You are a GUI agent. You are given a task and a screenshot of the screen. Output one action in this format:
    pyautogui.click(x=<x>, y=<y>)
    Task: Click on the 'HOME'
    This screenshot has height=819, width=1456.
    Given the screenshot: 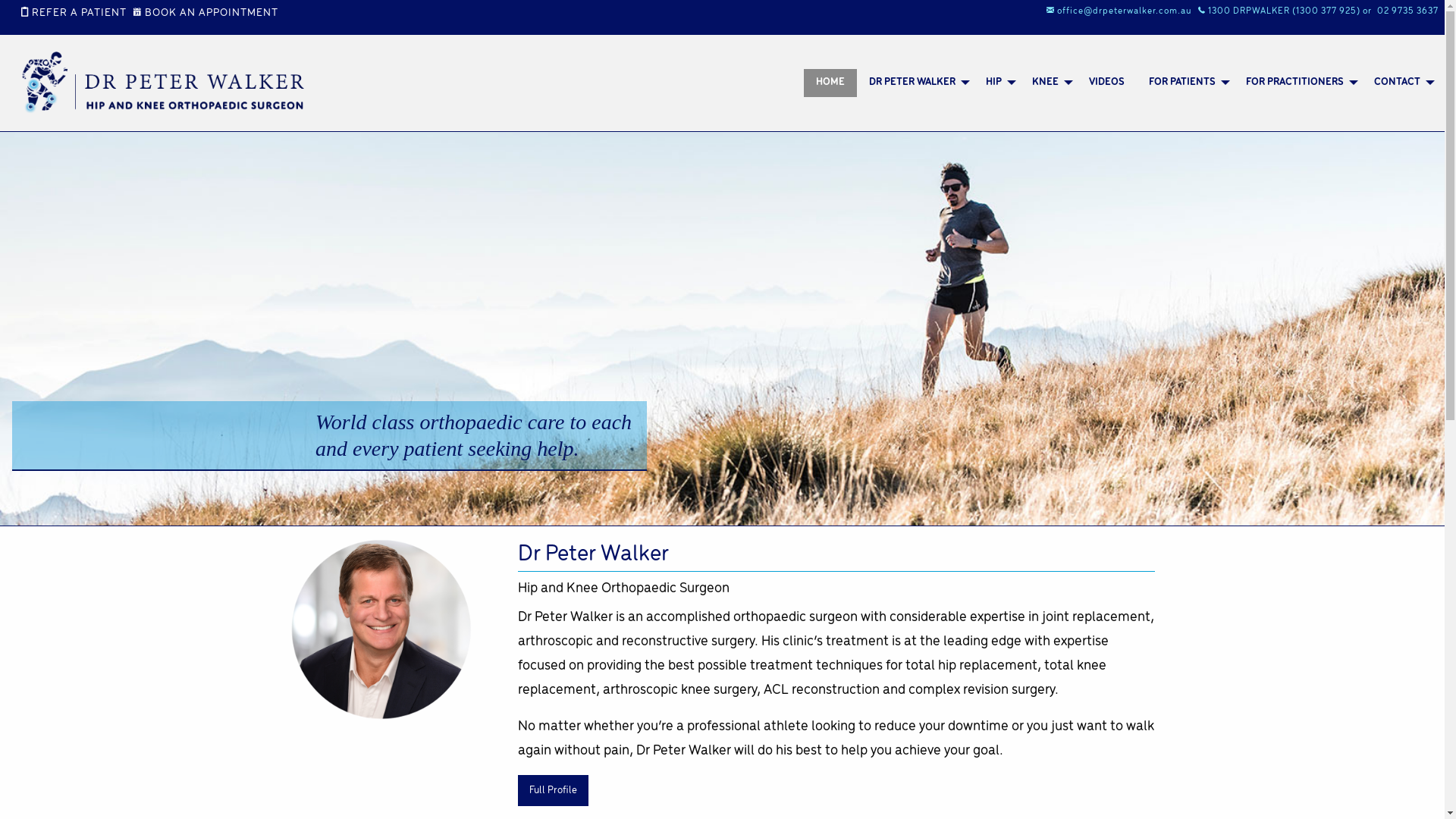 What is the action you would take?
    pyautogui.click(x=829, y=83)
    